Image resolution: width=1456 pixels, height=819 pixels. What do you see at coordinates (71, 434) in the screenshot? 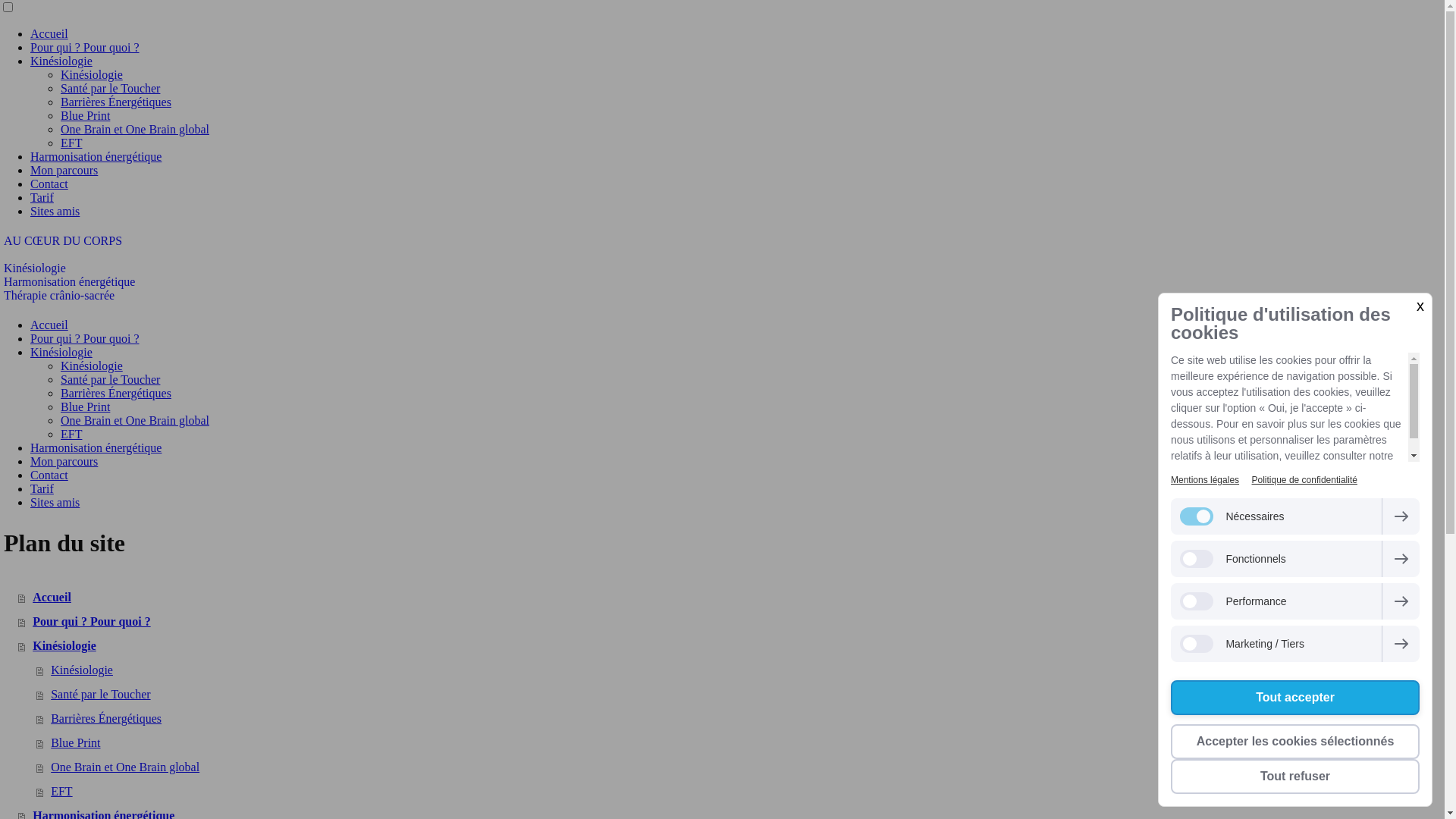
I see `'EFT'` at bounding box center [71, 434].